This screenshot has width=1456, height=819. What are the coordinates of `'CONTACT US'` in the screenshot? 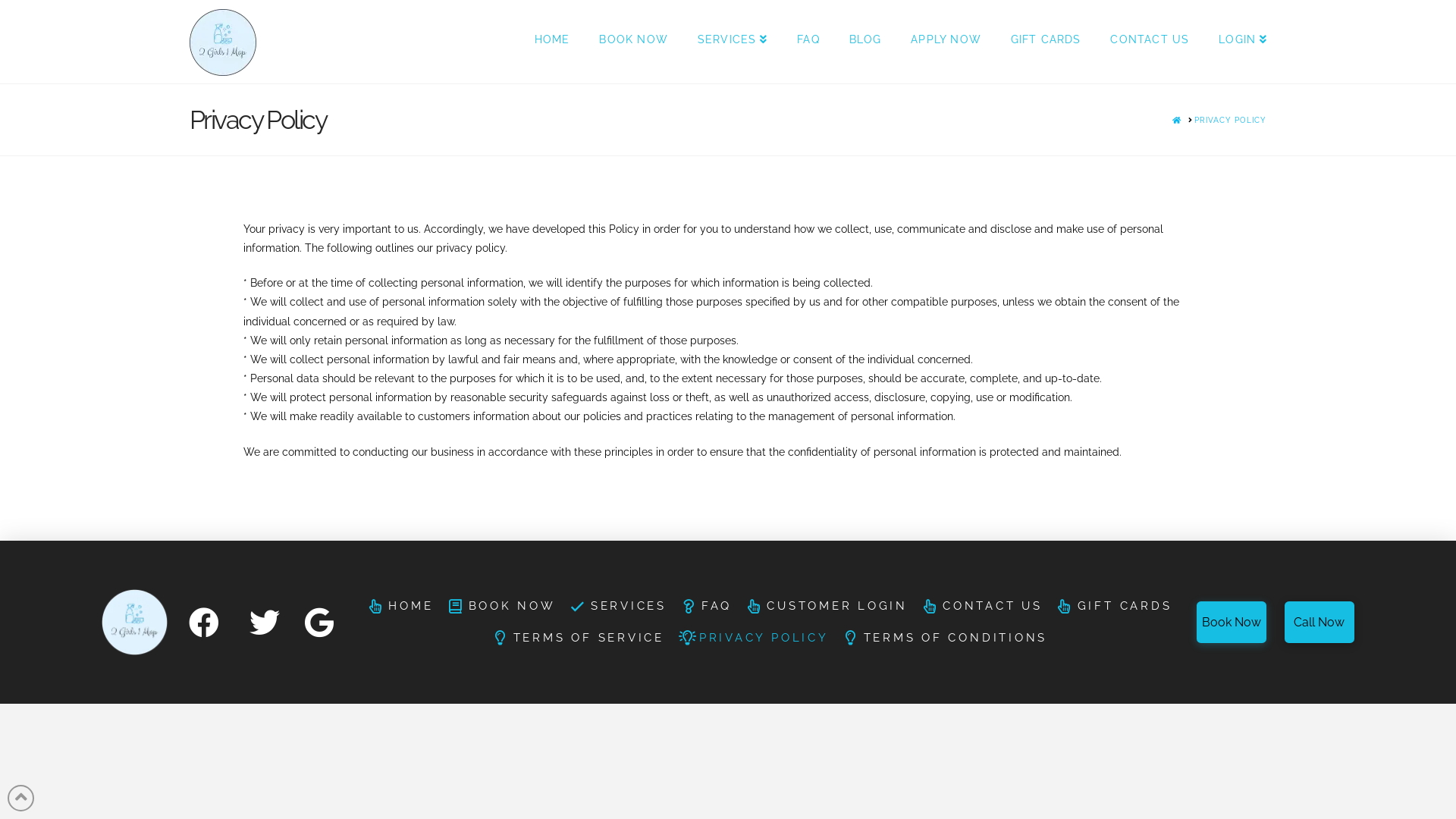 It's located at (1095, 40).